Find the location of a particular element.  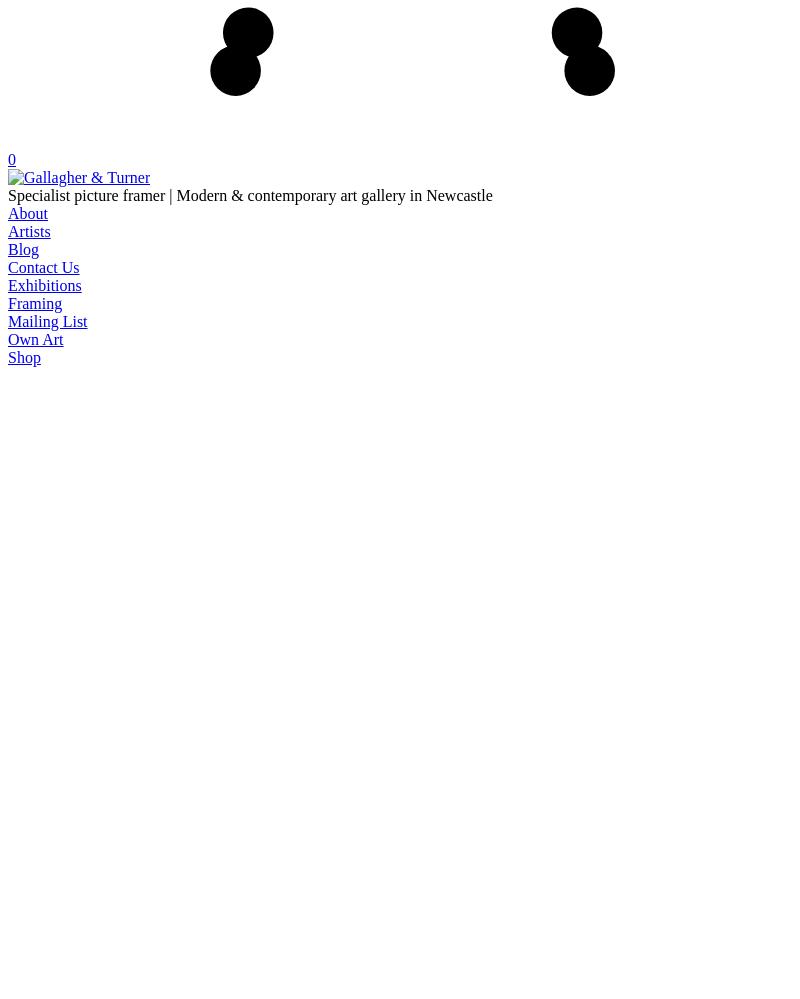

'About' is located at coordinates (28, 211).